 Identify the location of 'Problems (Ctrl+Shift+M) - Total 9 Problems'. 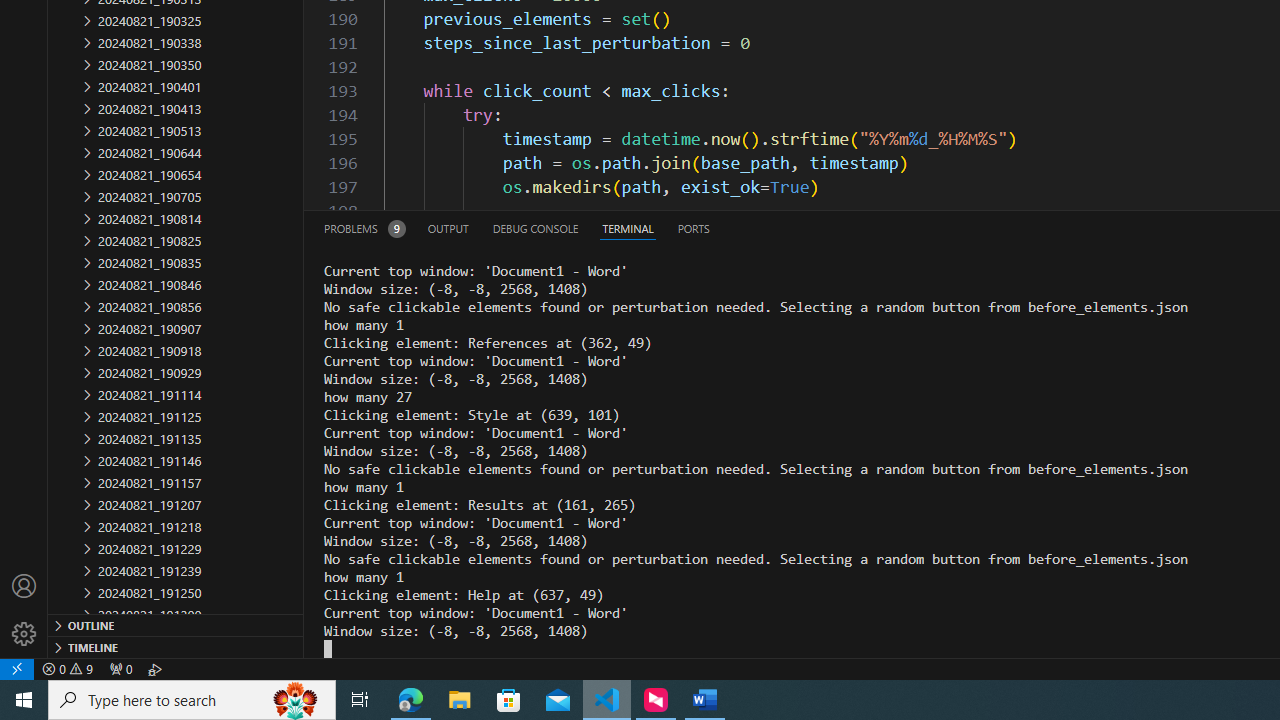
(364, 227).